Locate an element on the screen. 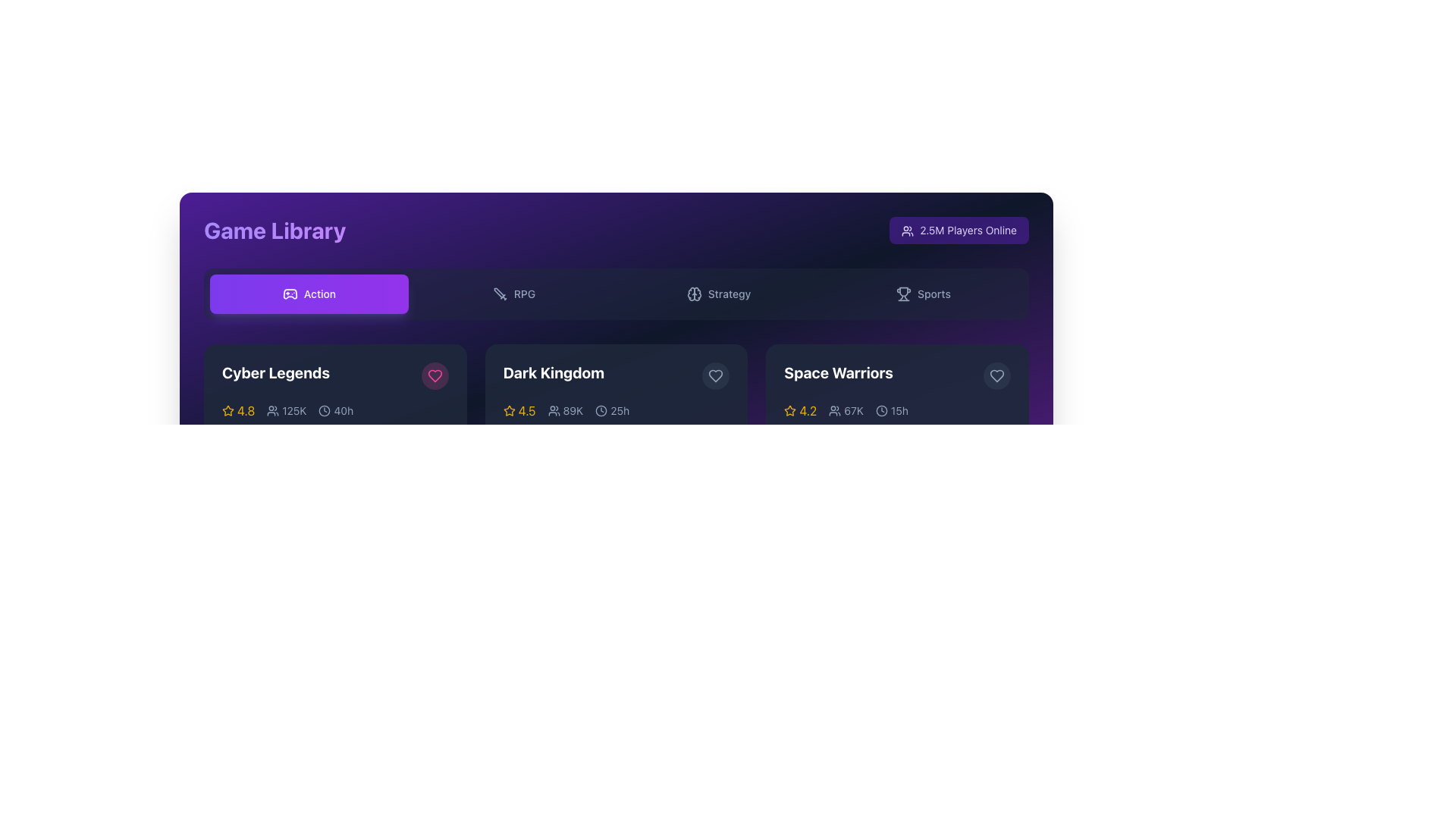 The height and width of the screenshot is (819, 1456). the Informational Status Panel containing a yellow star icon, gray user icon, and clock icon is located at coordinates (616, 411).